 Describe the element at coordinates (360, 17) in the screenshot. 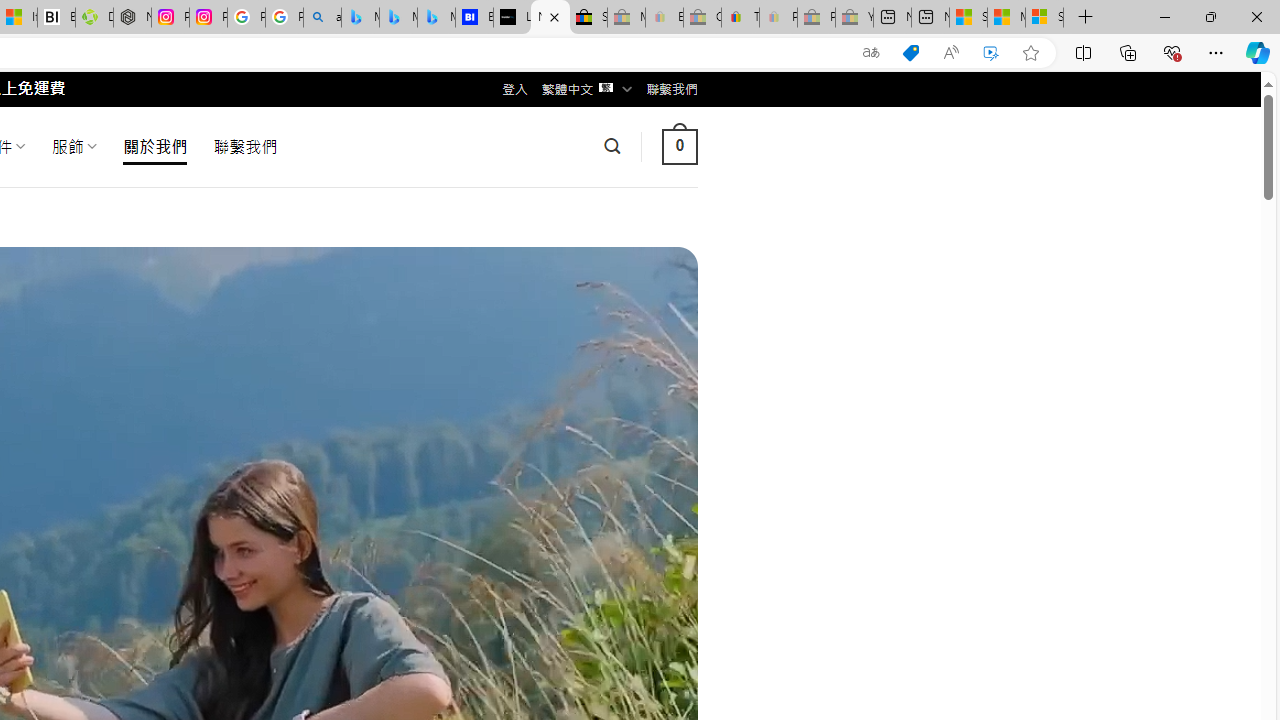

I see `'Microsoft Bing Travel - Flights from Hong Kong to Bangkok'` at that location.